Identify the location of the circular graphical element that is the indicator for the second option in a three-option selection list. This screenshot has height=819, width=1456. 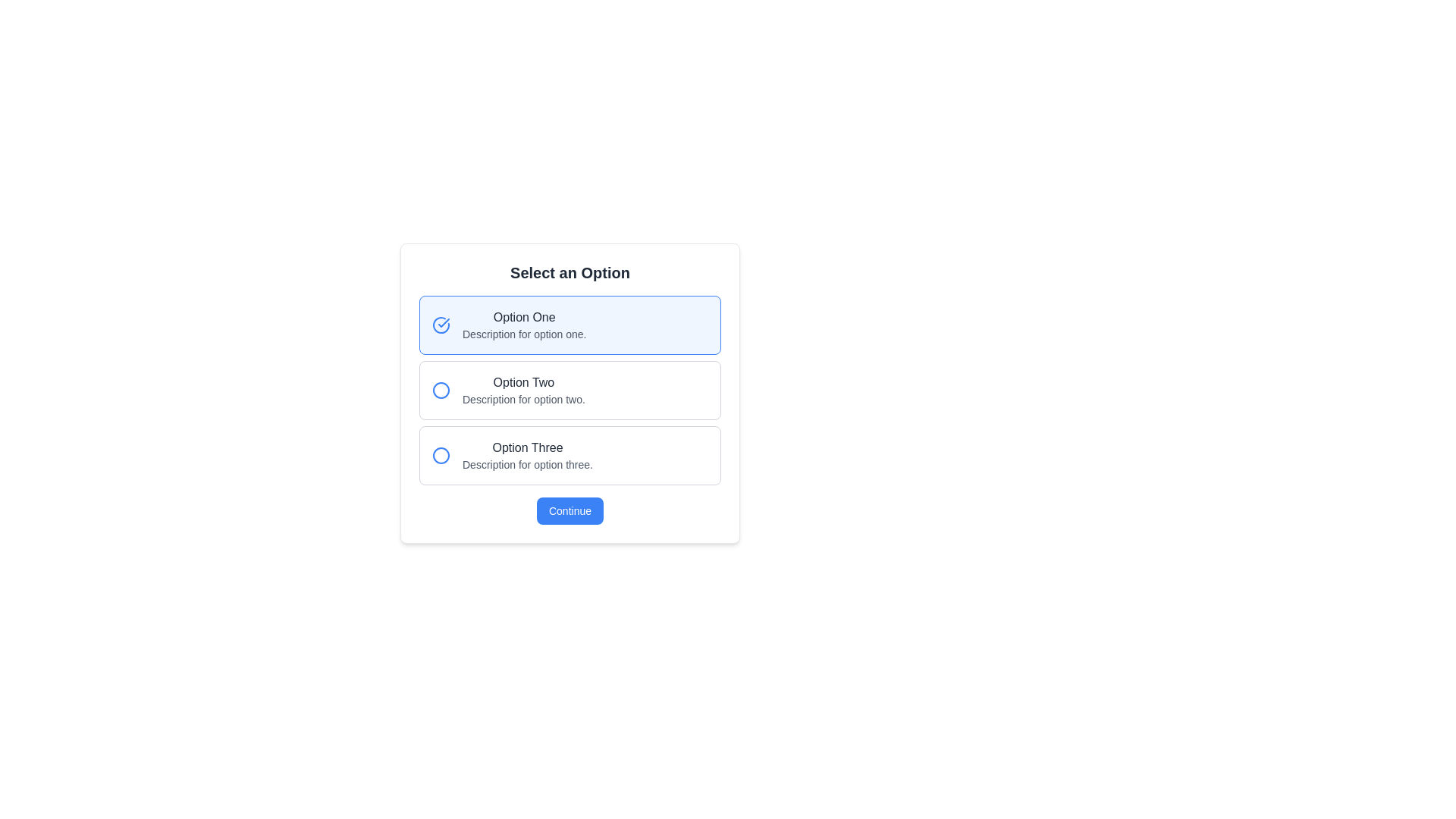
(440, 390).